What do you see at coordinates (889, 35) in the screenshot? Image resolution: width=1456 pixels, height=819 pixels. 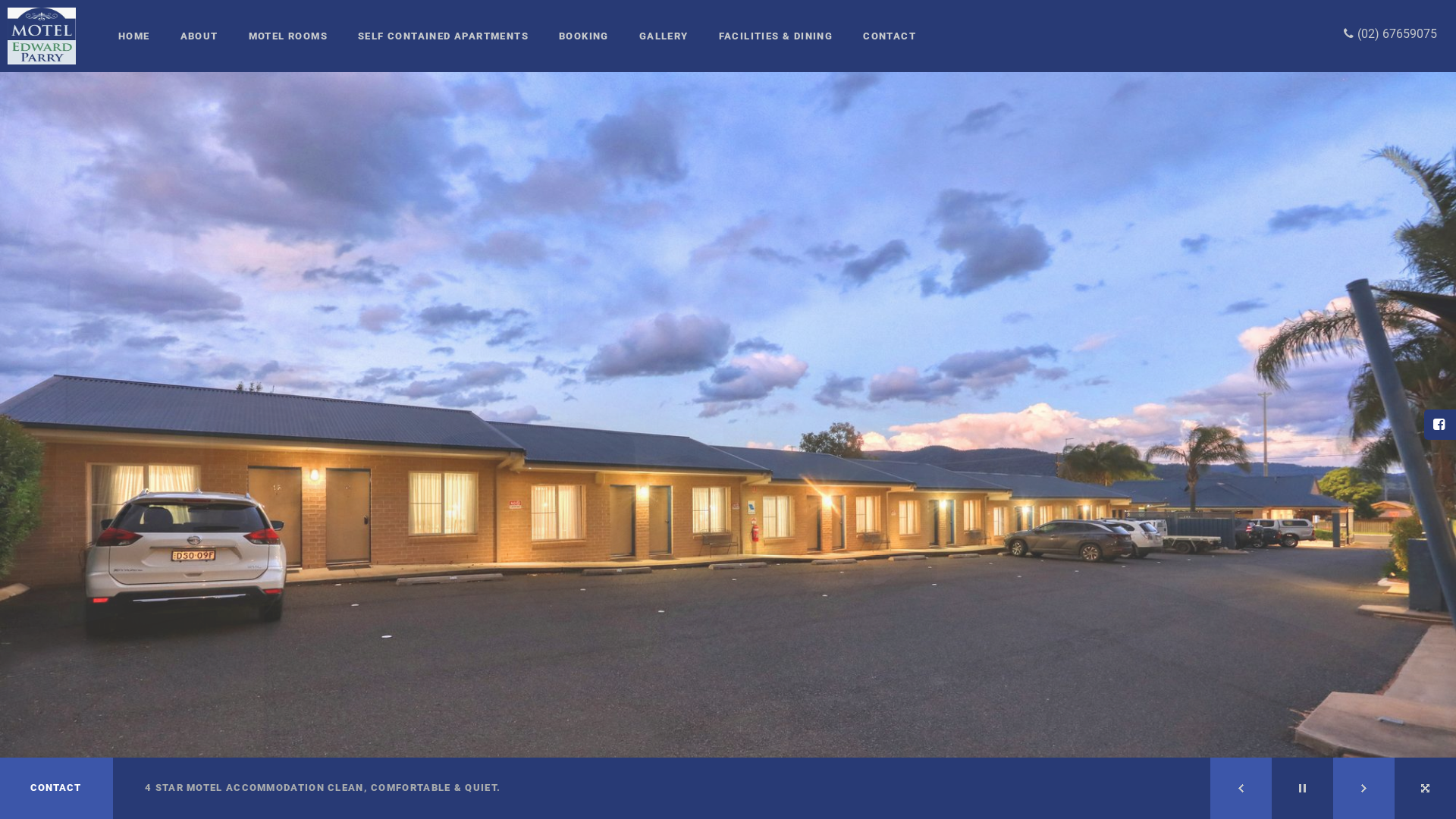 I see `'CONTACT'` at bounding box center [889, 35].